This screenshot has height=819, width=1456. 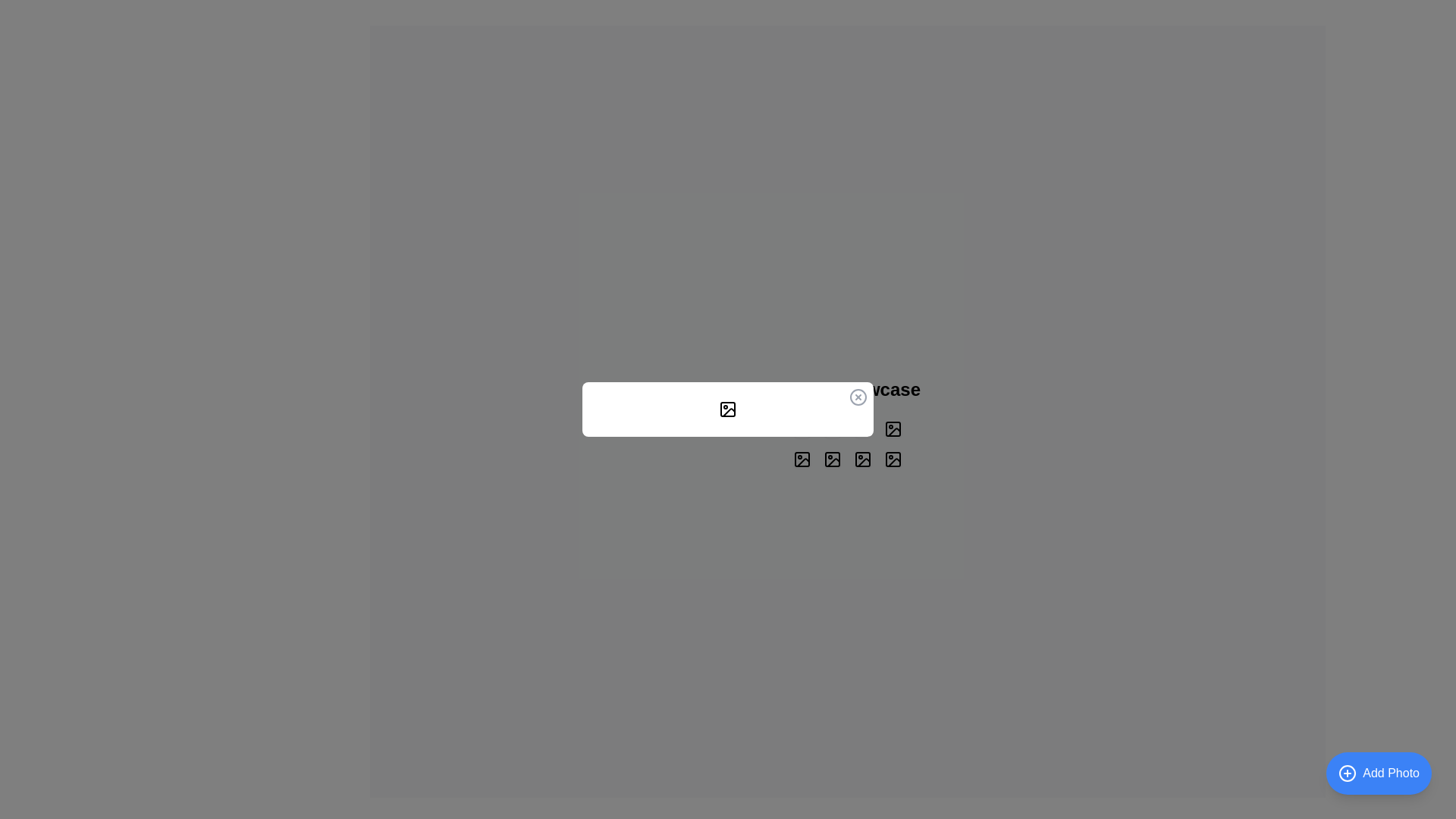 I want to click on the status indicator dot located in the first column of the first row of the grid layout, so click(x=801, y=429).